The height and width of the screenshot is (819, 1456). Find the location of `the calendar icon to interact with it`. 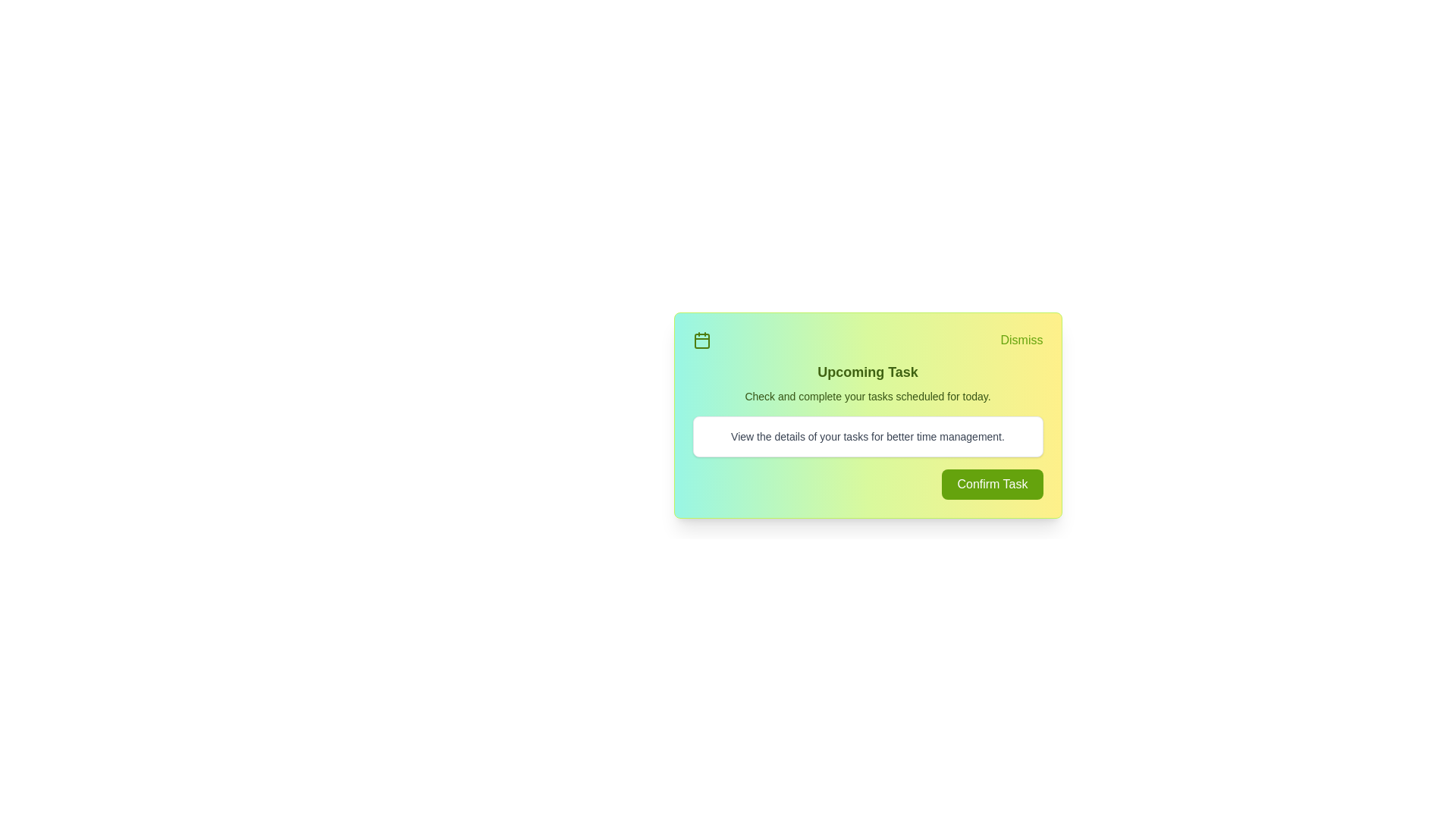

the calendar icon to interact with it is located at coordinates (701, 339).